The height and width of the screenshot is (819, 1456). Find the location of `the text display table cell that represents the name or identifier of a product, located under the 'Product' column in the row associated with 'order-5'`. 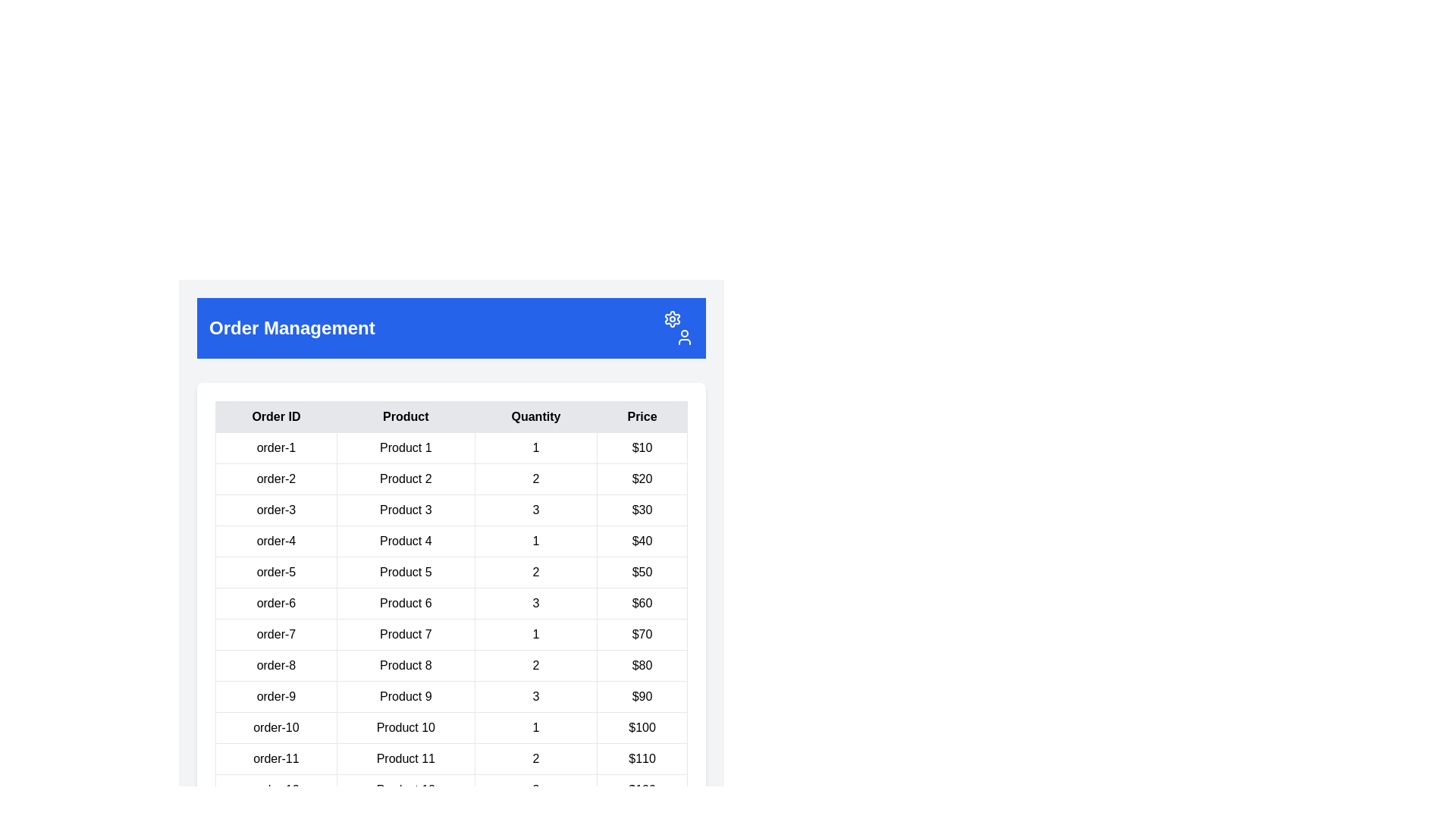

the text display table cell that represents the name or identifier of a product, located under the 'Product' column in the row associated with 'order-5' is located at coordinates (406, 573).